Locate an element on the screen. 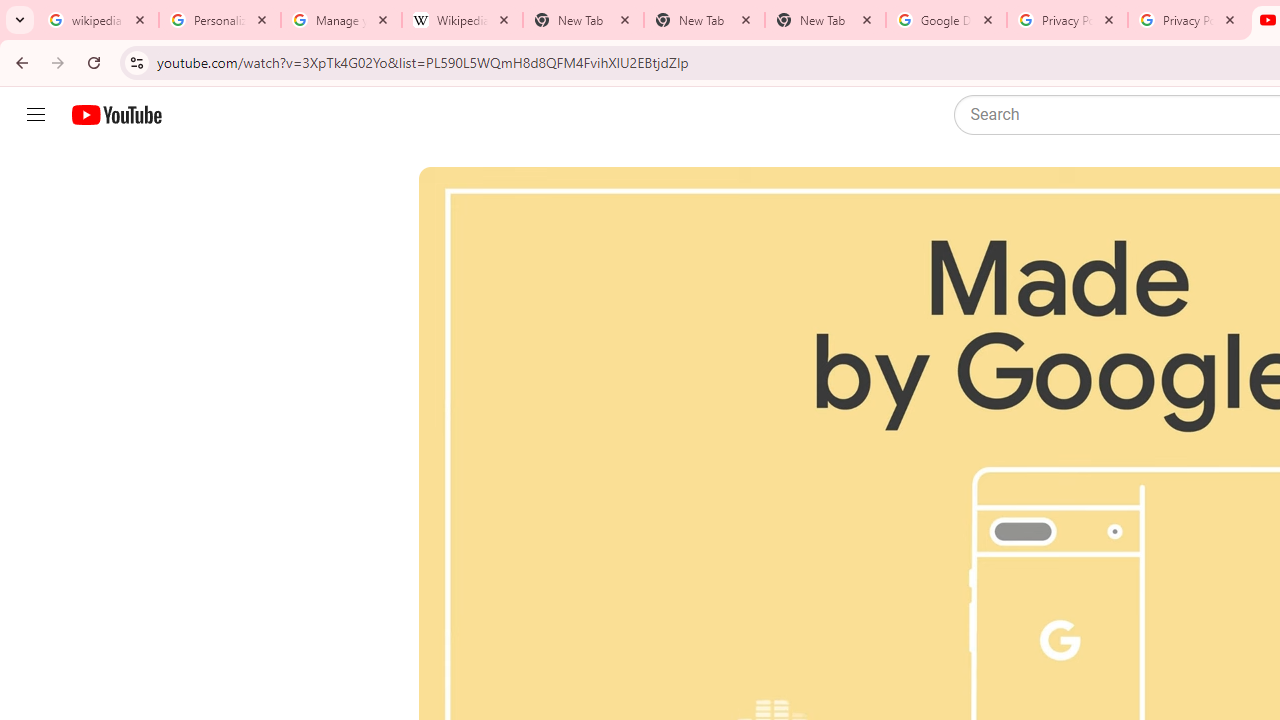  'Personalization & Google Search results - Google Search Help' is located at coordinates (220, 20).